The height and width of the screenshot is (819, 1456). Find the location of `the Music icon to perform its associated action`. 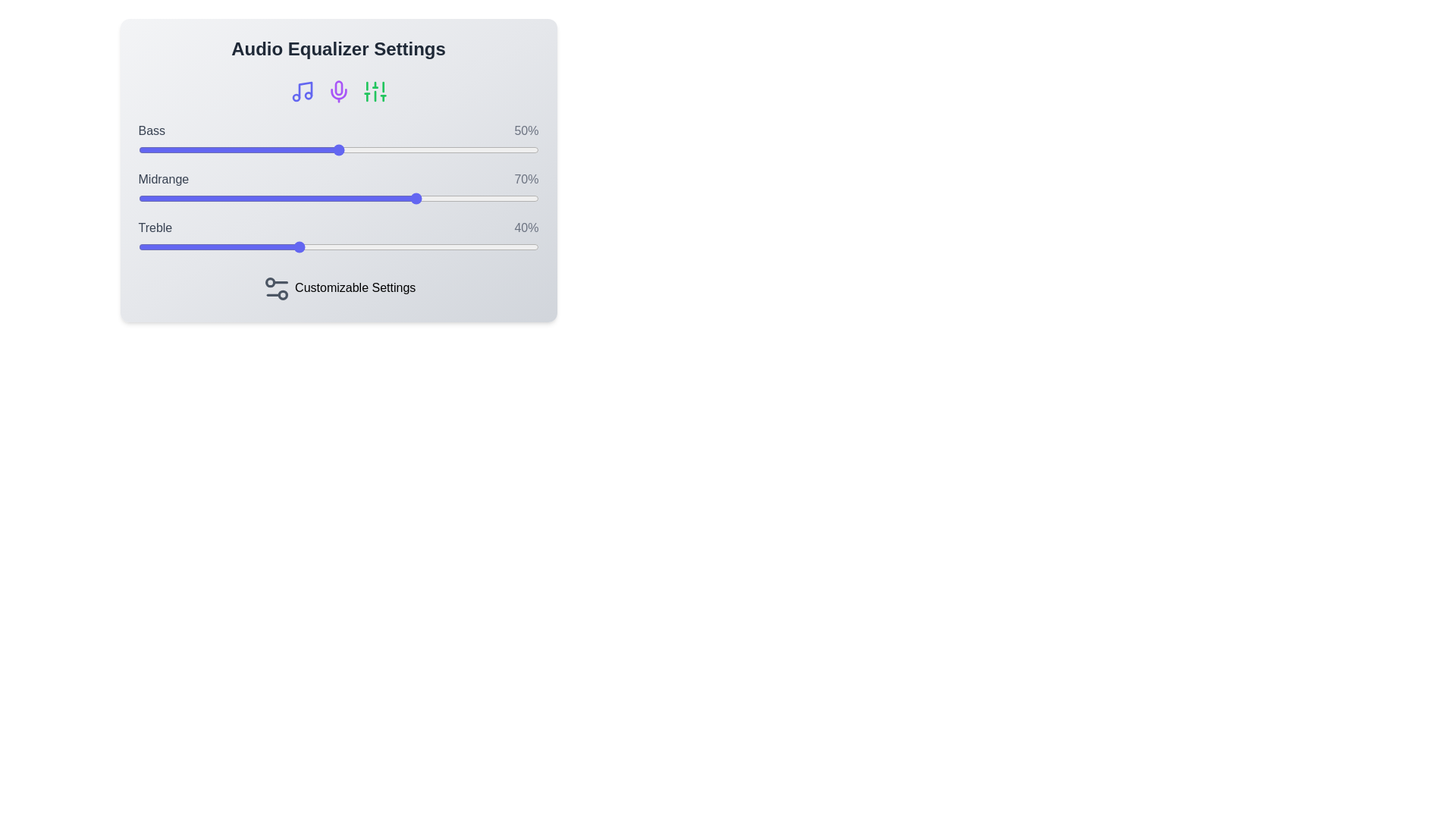

the Music icon to perform its associated action is located at coordinates (302, 91).